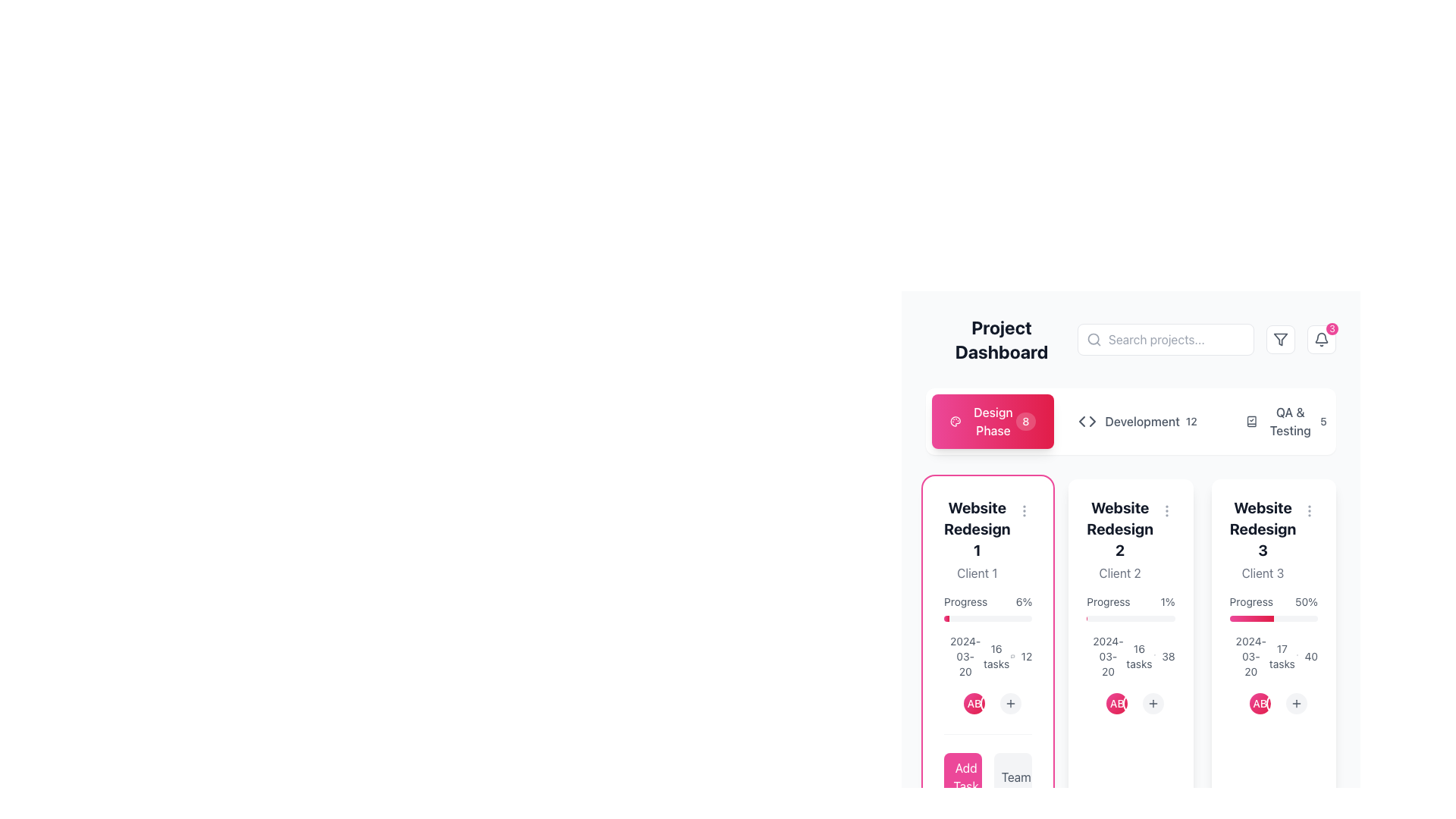 The width and height of the screenshot is (1456, 819). I want to click on the Text Label that displays 'Project Dashboard', which serves as the title of the workspace, so click(1001, 338).